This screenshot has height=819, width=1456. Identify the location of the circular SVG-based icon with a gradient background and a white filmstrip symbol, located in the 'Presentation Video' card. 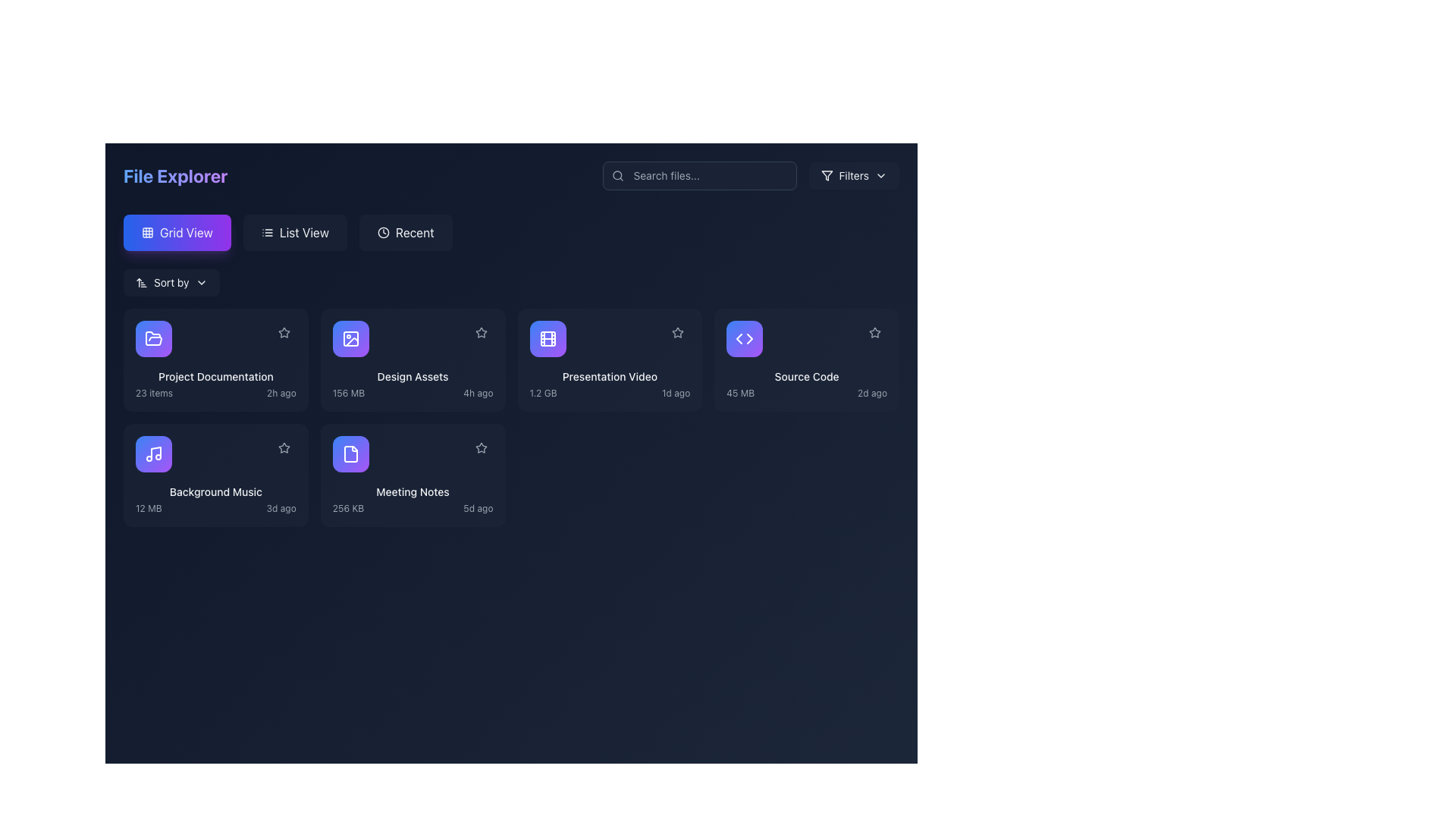
(547, 338).